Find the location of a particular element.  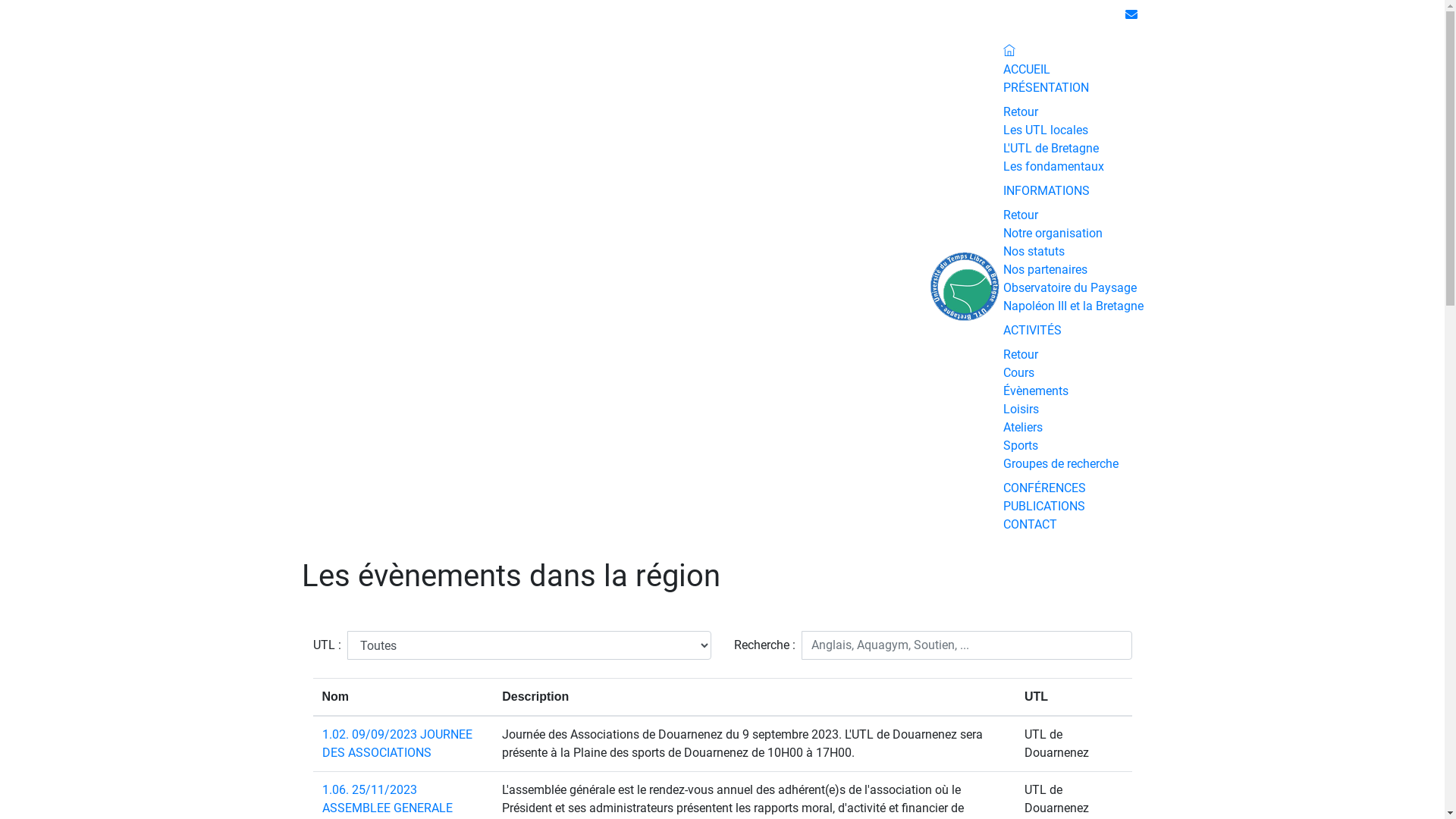

'PUBLICATIONS' is located at coordinates (1043, 506).